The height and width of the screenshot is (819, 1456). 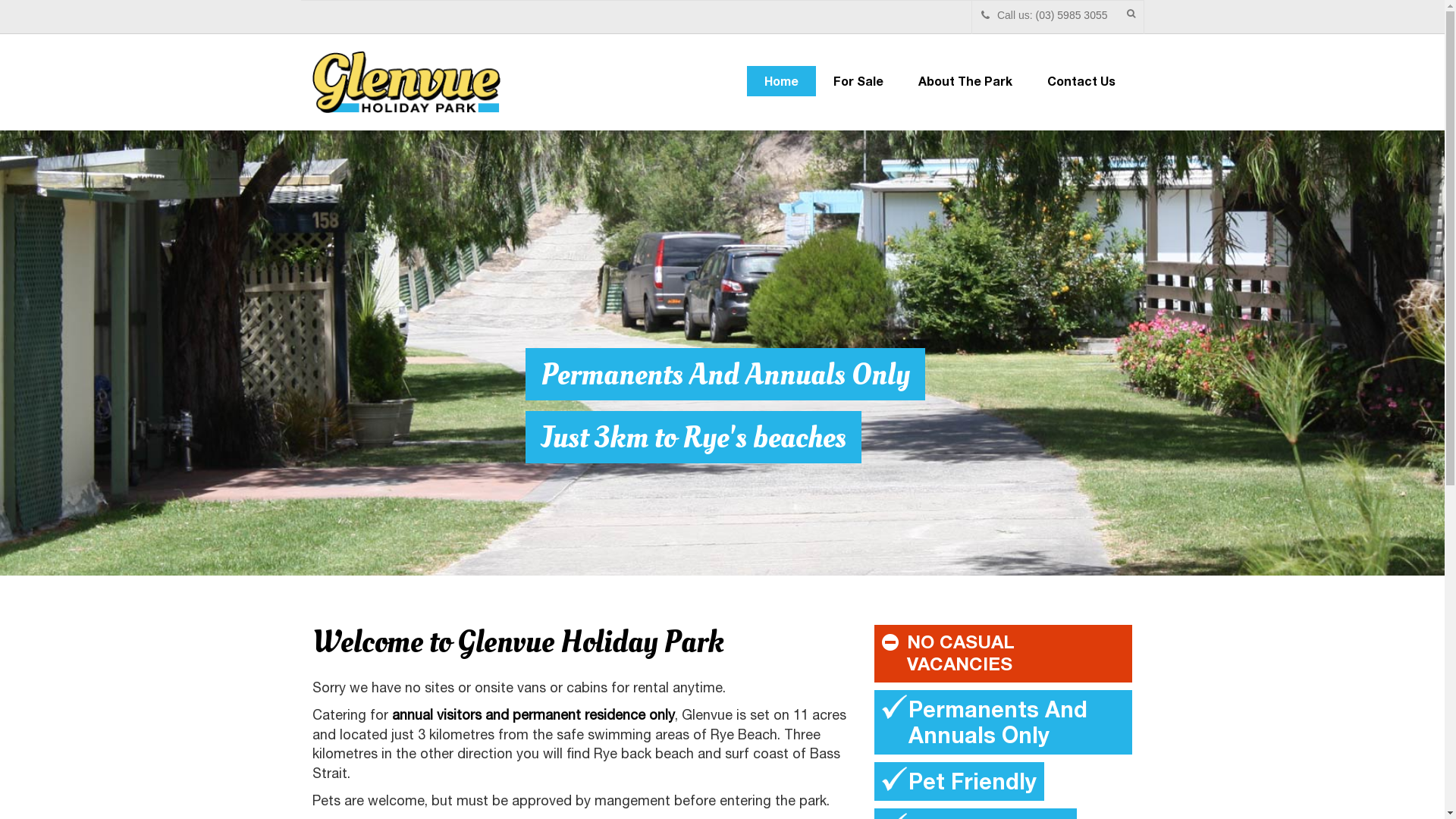 I want to click on '(03) 5985 3055', so click(x=1035, y=14).